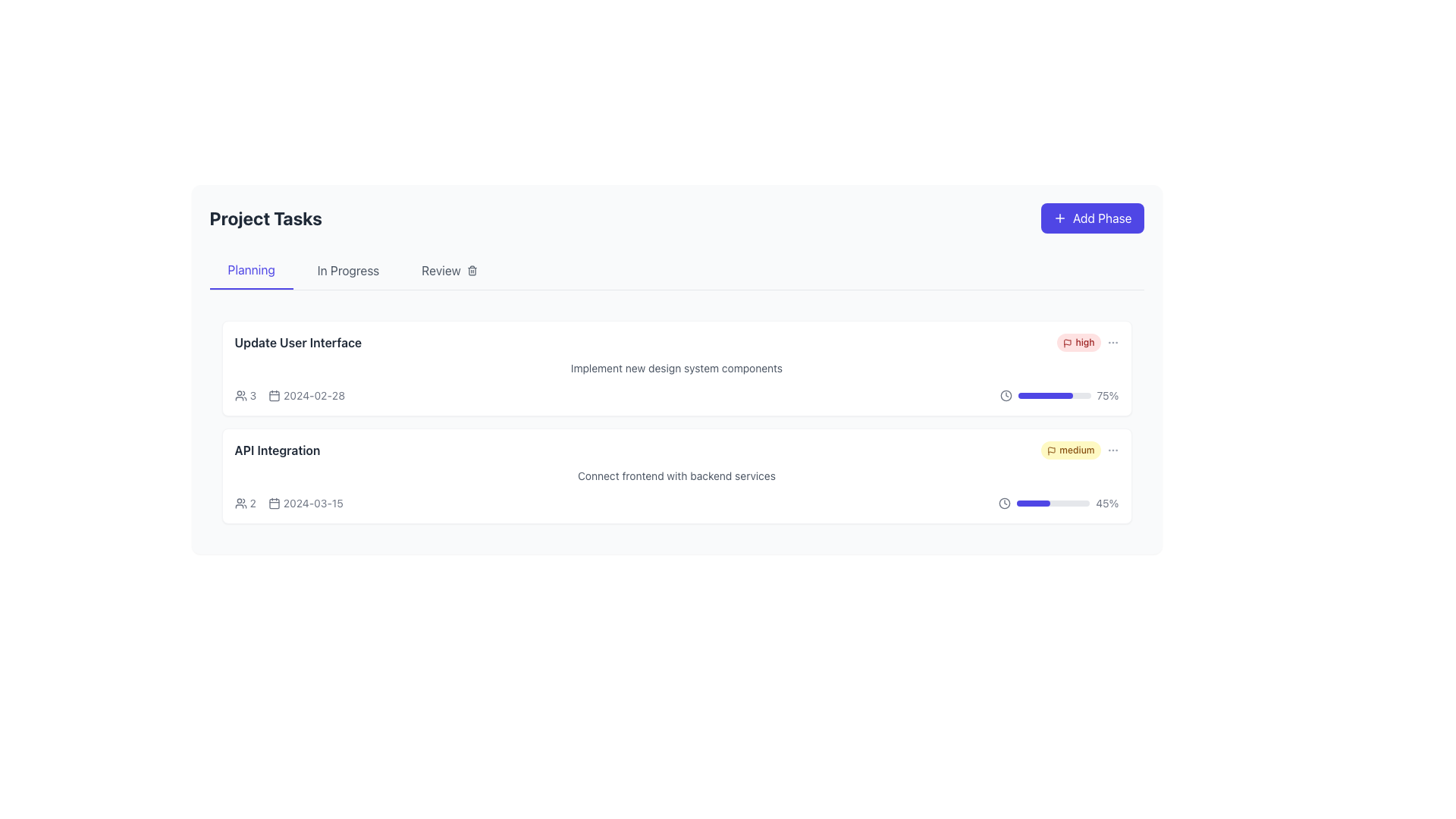  I want to click on the static text label displaying the scheduled date in the 'API Integration' task row in the 'Project Tasks' interface, so click(312, 503).